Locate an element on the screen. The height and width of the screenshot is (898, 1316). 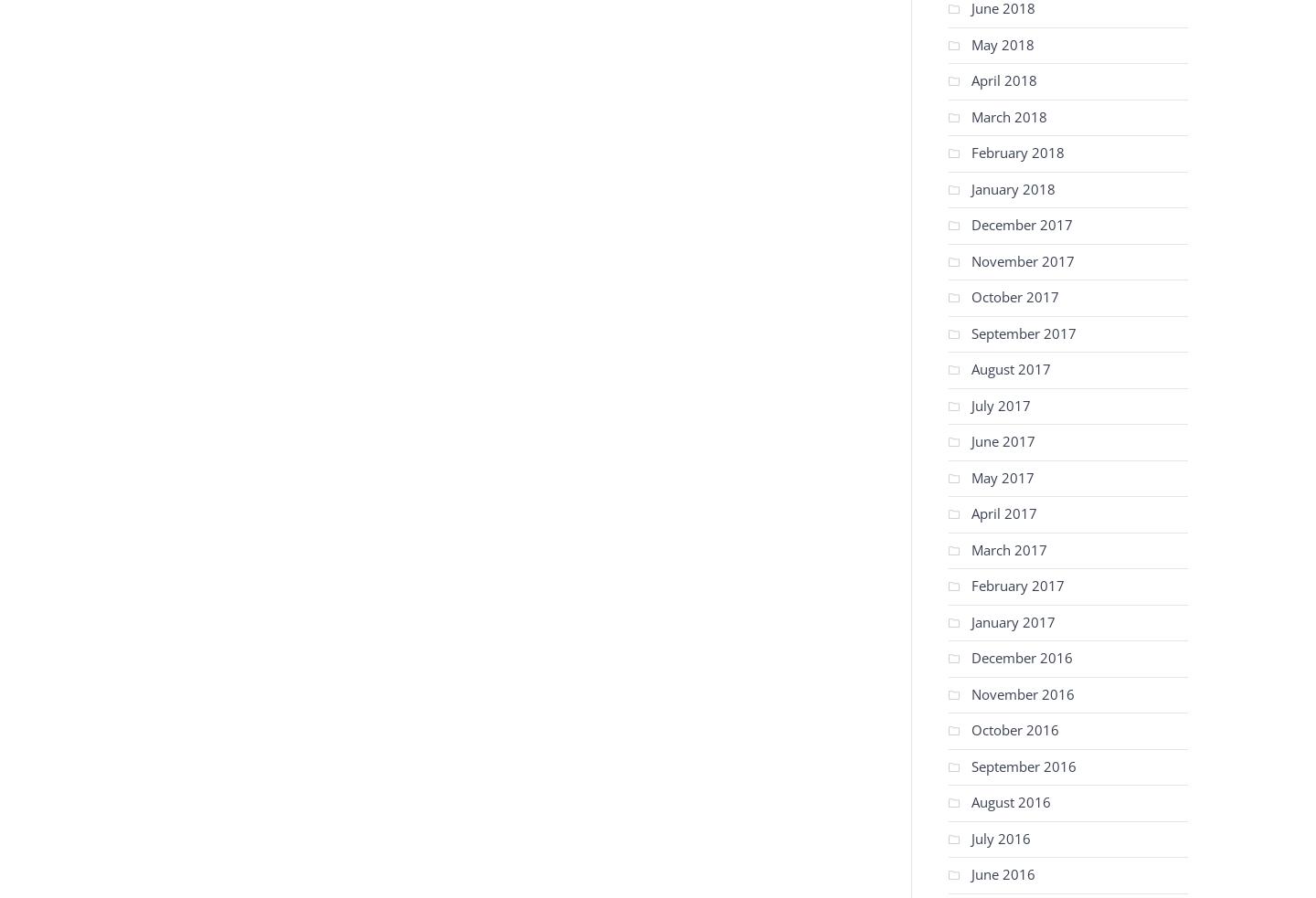
'October 2016' is located at coordinates (1014, 728).